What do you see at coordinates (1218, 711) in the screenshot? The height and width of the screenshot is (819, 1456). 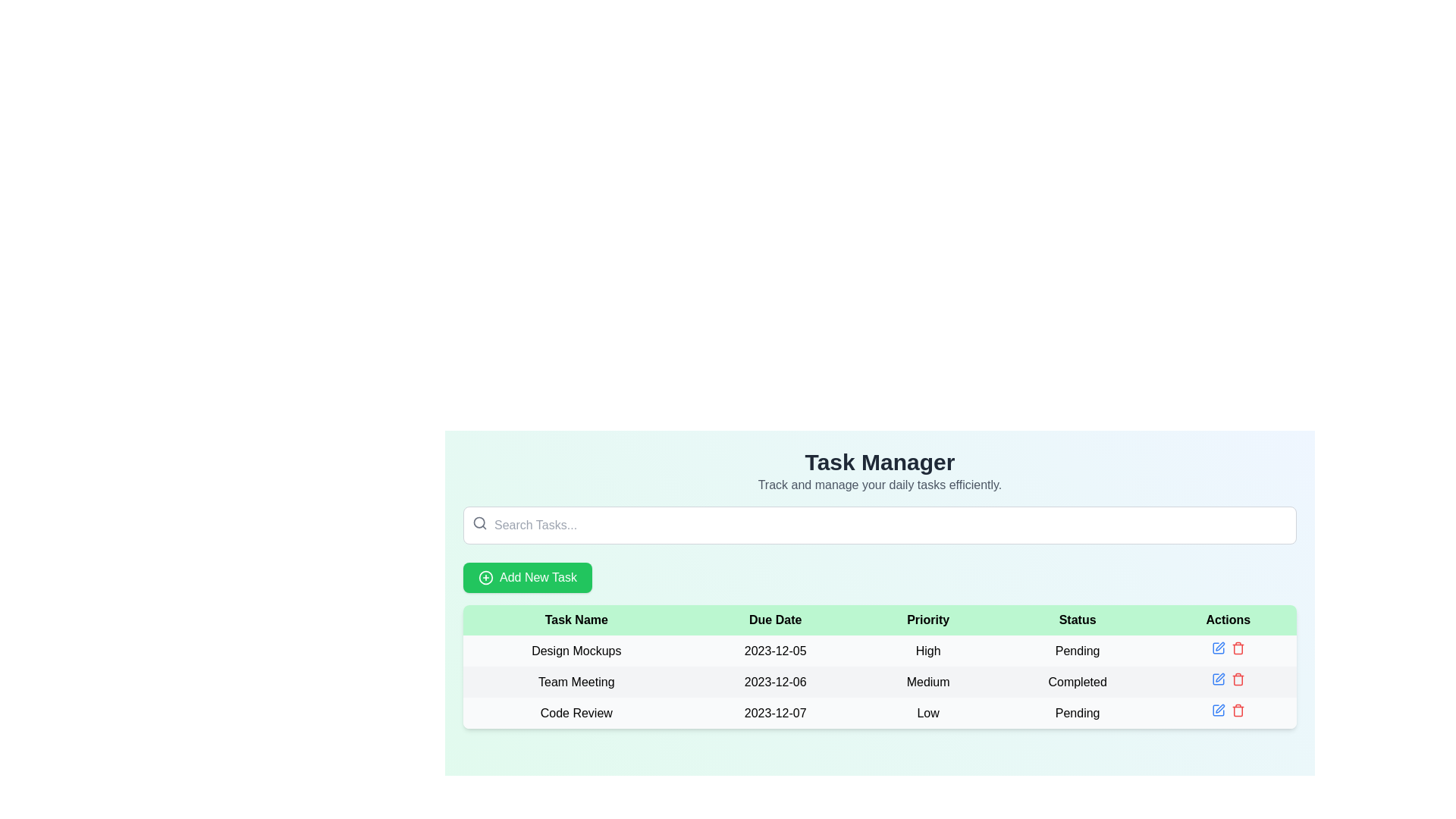 I see `the blue icon with a pen inside, located in the 'Actions' column of the 'Code Review' row` at bounding box center [1218, 711].